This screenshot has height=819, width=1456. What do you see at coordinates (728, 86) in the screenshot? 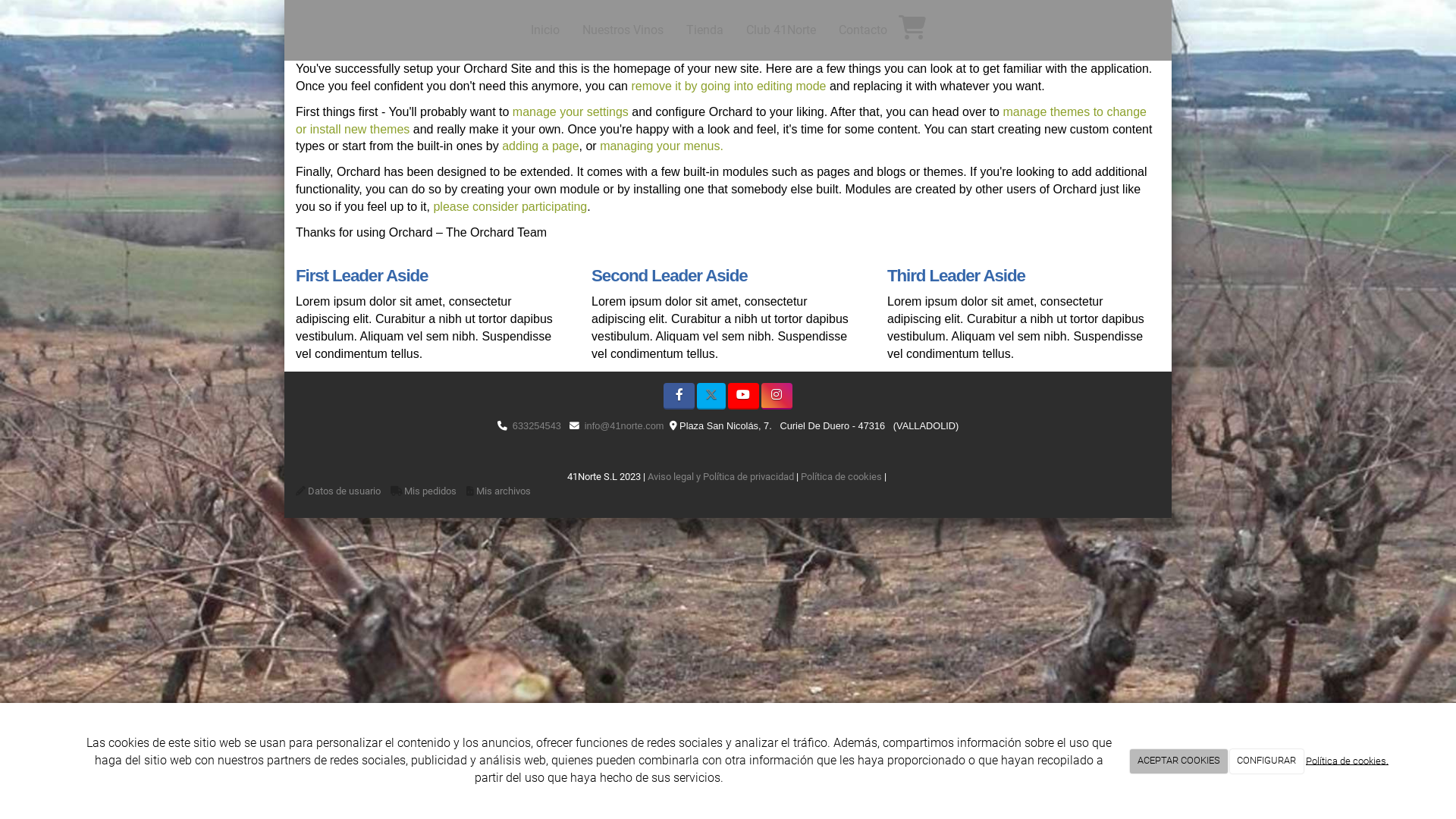
I see `'remove it by going into editing mode'` at bounding box center [728, 86].